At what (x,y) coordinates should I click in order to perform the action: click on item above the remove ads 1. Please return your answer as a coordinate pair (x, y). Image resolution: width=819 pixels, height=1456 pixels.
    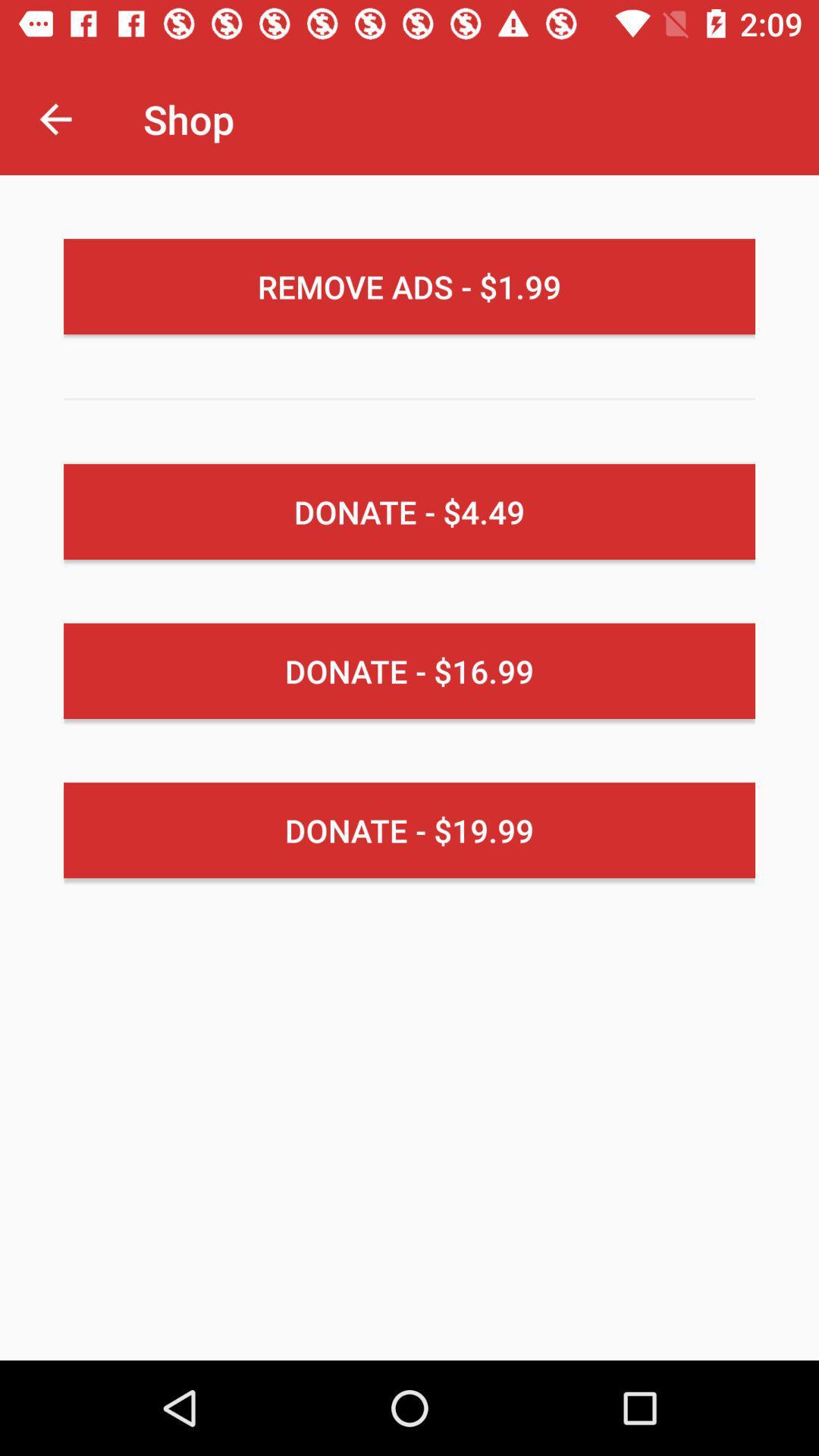
    Looking at the image, I should click on (55, 118).